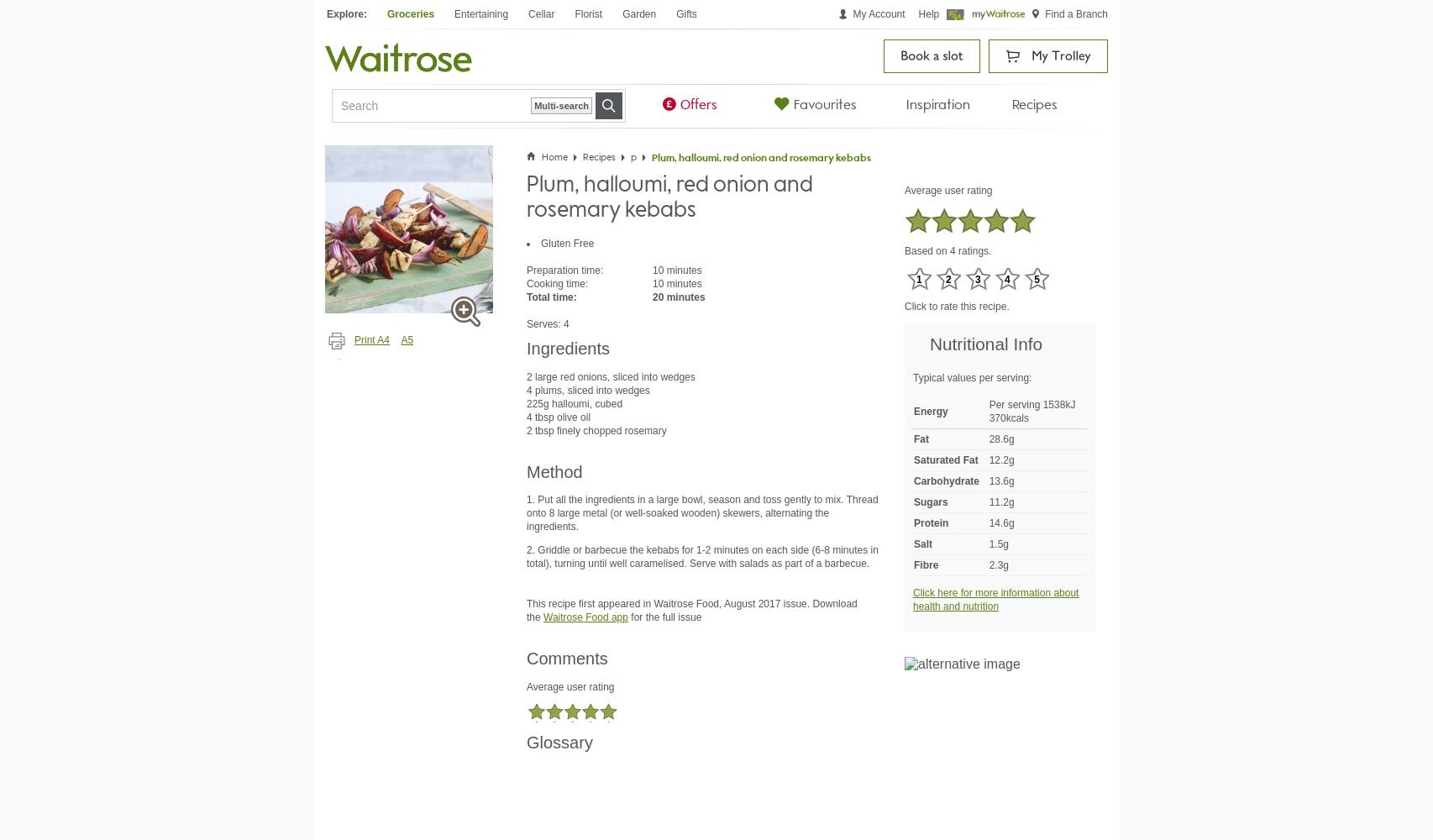  I want to click on 'Gluten Free', so click(540, 244).